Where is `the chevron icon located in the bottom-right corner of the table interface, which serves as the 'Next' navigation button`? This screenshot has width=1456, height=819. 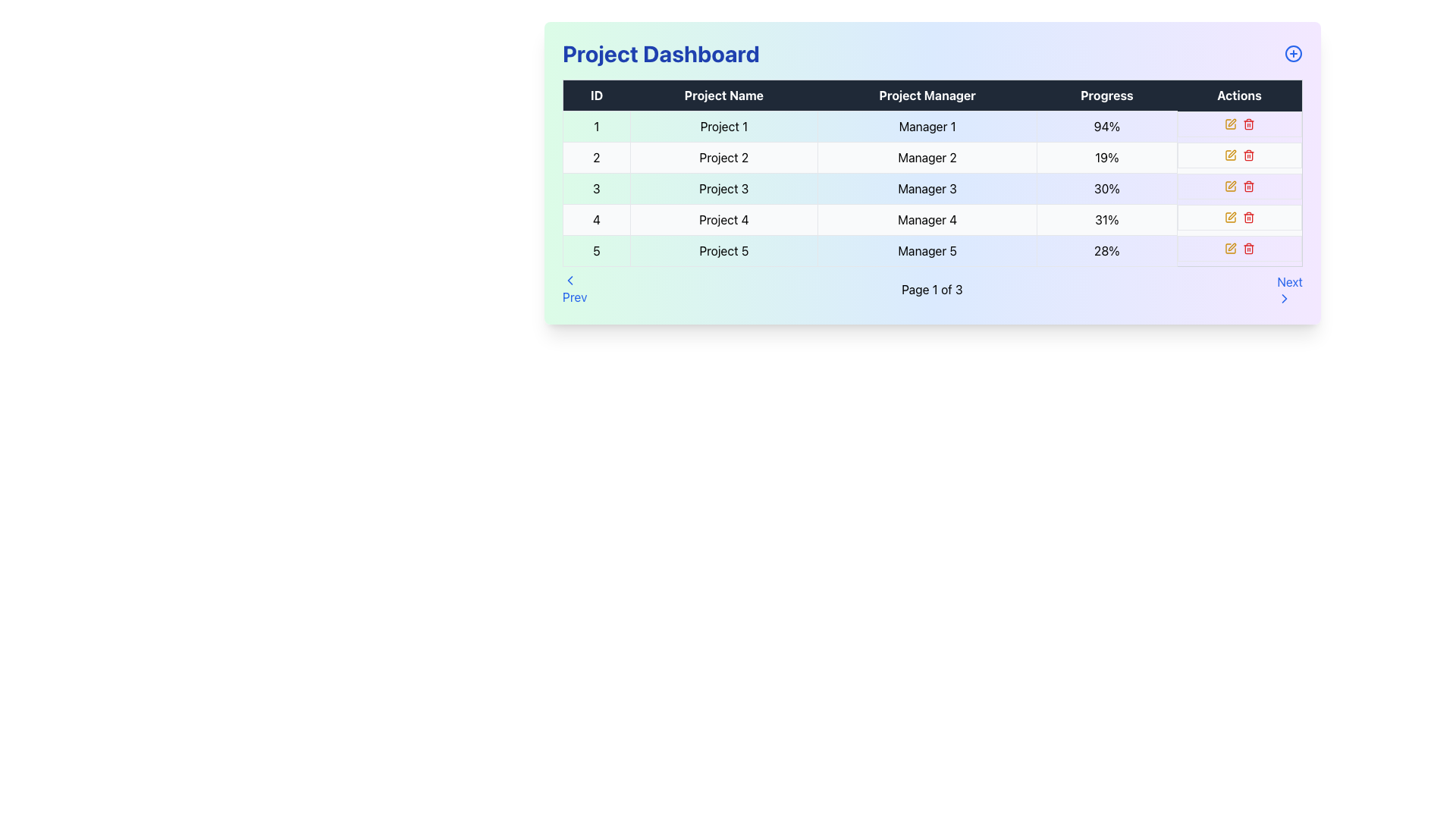
the chevron icon located in the bottom-right corner of the table interface, which serves as the 'Next' navigation button is located at coordinates (1284, 298).